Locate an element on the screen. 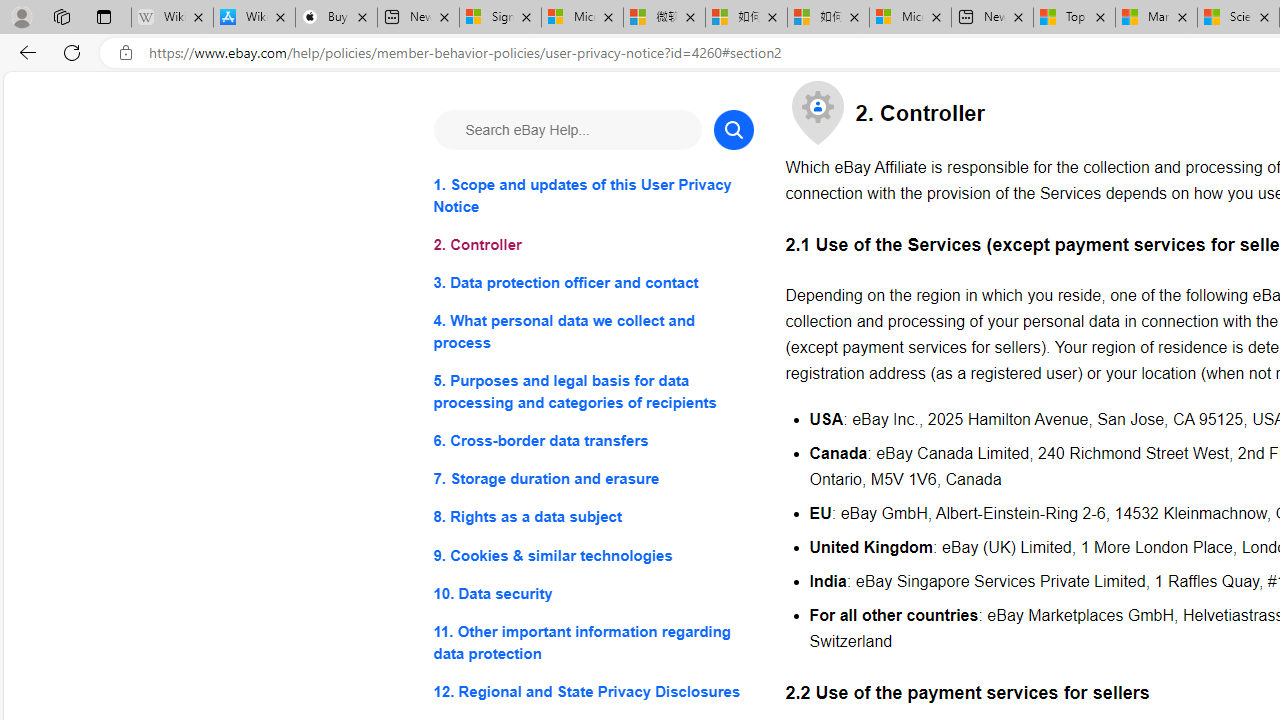 This screenshot has height=720, width=1280. '1. Scope and updates of this User Privacy Notice' is located at coordinates (592, 196).